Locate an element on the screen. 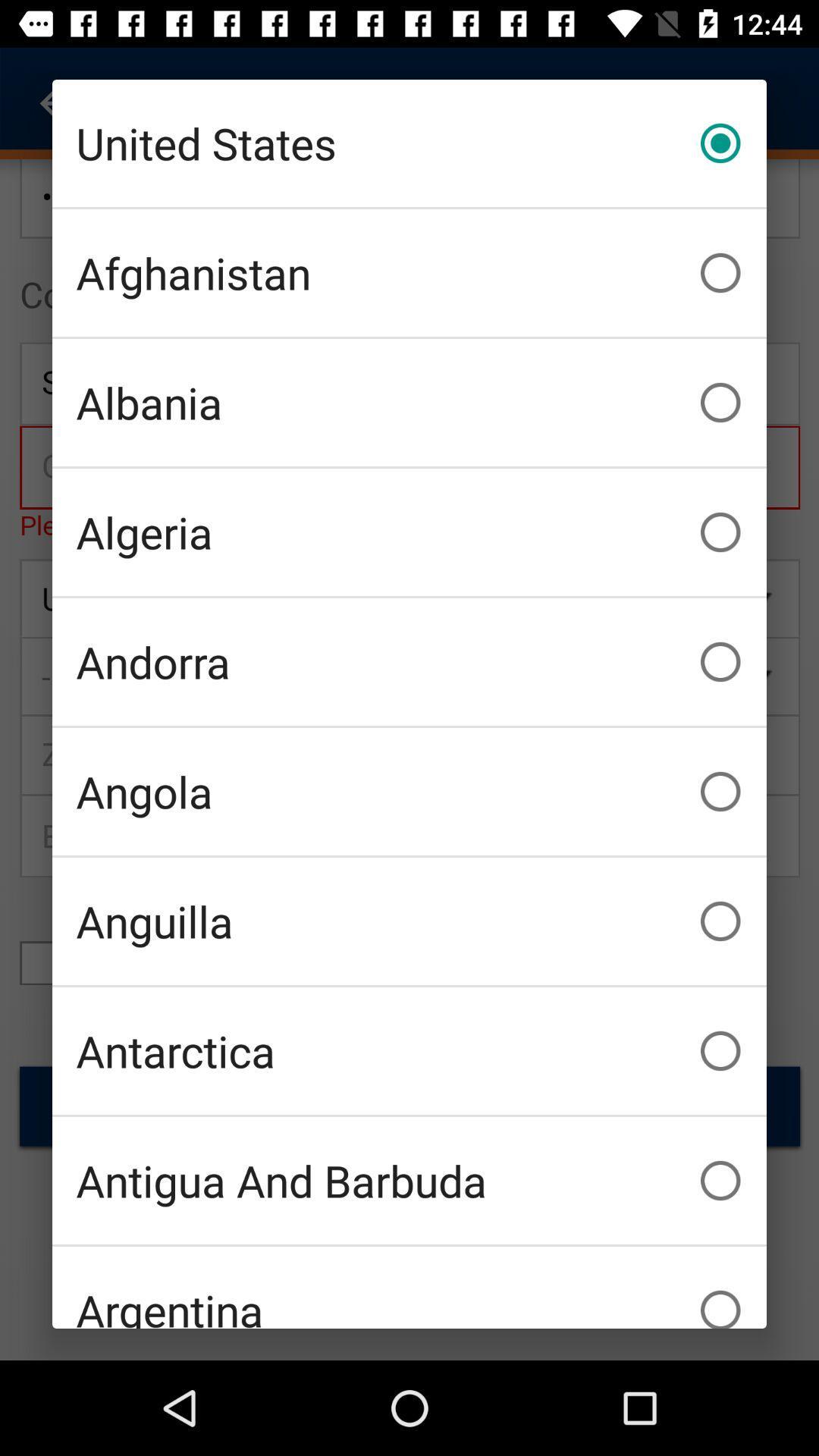 Image resolution: width=819 pixels, height=1456 pixels. argentina is located at coordinates (409, 1287).